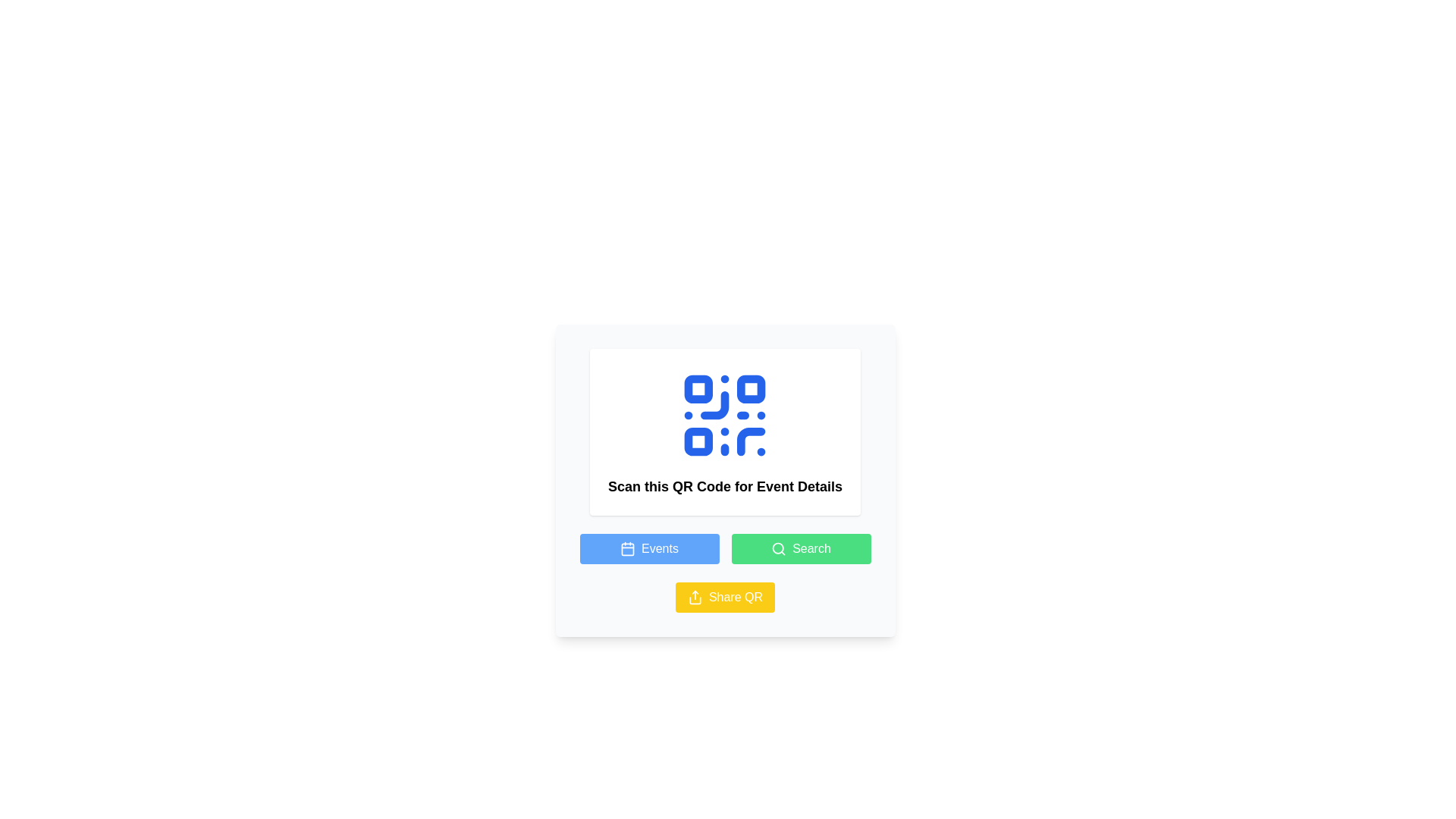  Describe the element at coordinates (752, 441) in the screenshot. I see `the small blue semi-circular line that is part of the QR code located in the bottom-right square section of the QR code symbol` at that location.